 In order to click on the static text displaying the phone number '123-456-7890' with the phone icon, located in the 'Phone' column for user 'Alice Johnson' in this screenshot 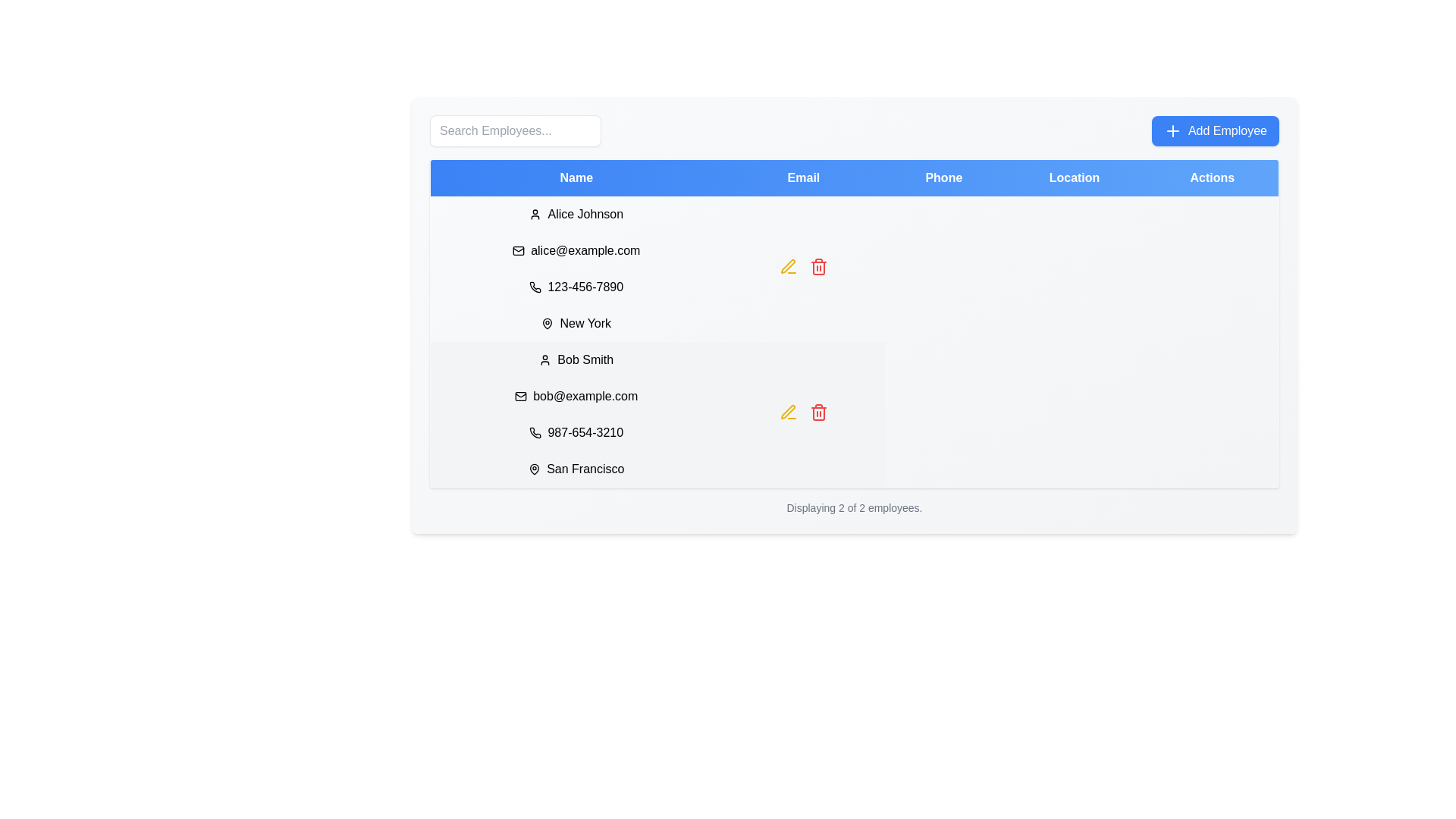, I will do `click(576, 287)`.